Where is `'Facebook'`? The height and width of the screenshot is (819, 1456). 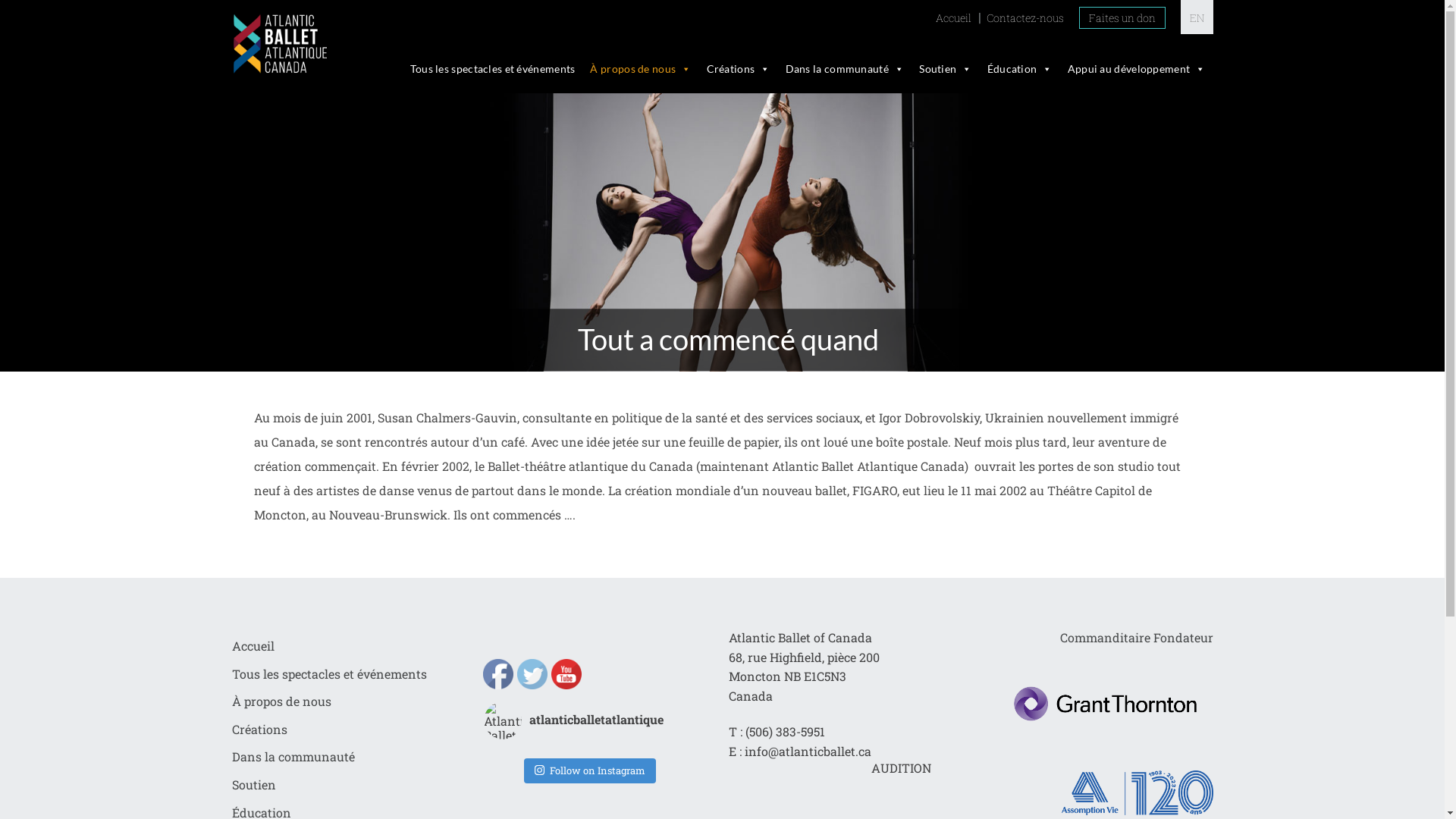
'Facebook' is located at coordinates (498, 673).